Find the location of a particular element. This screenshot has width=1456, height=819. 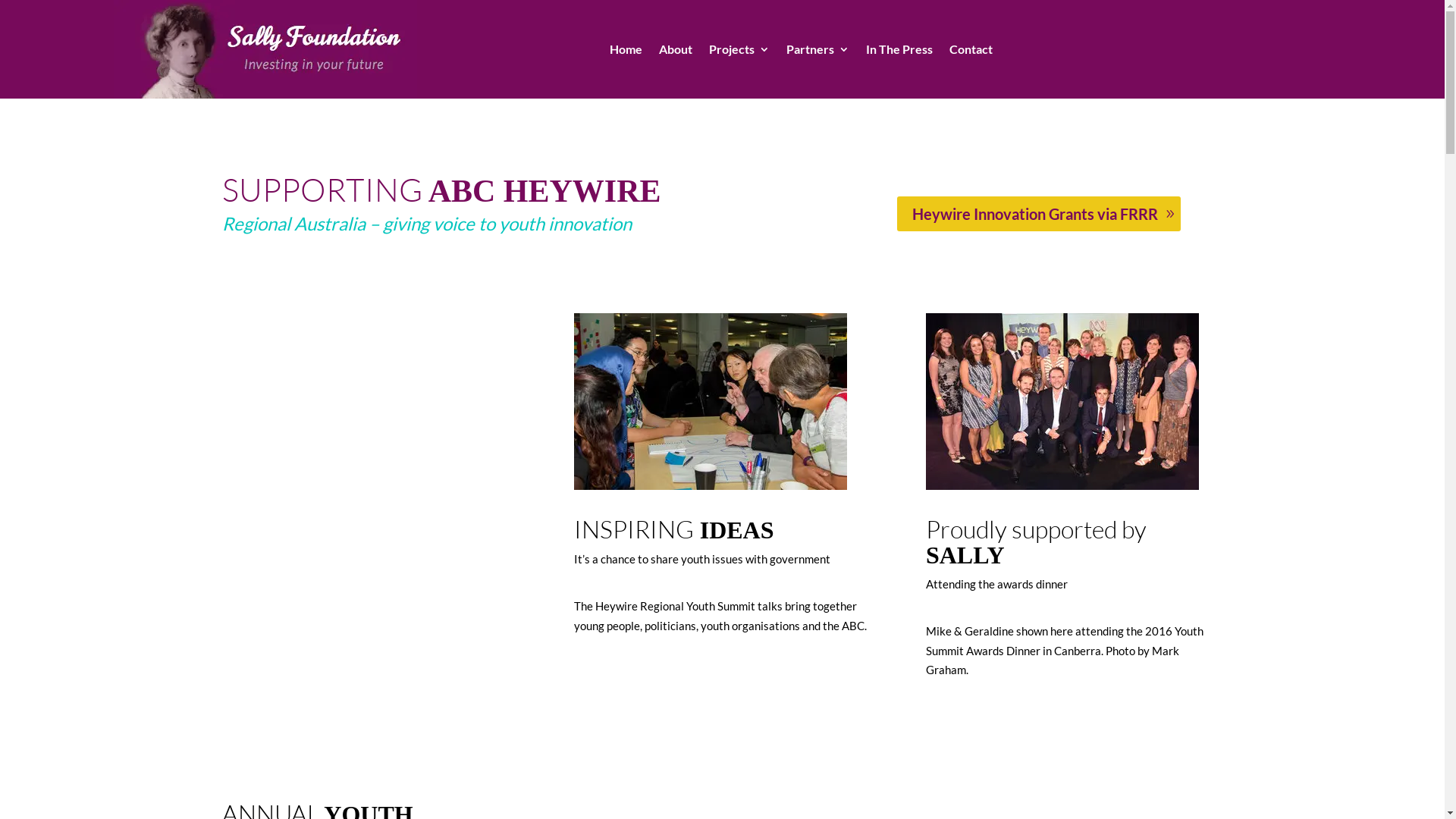

'Partners' is located at coordinates (786, 52).